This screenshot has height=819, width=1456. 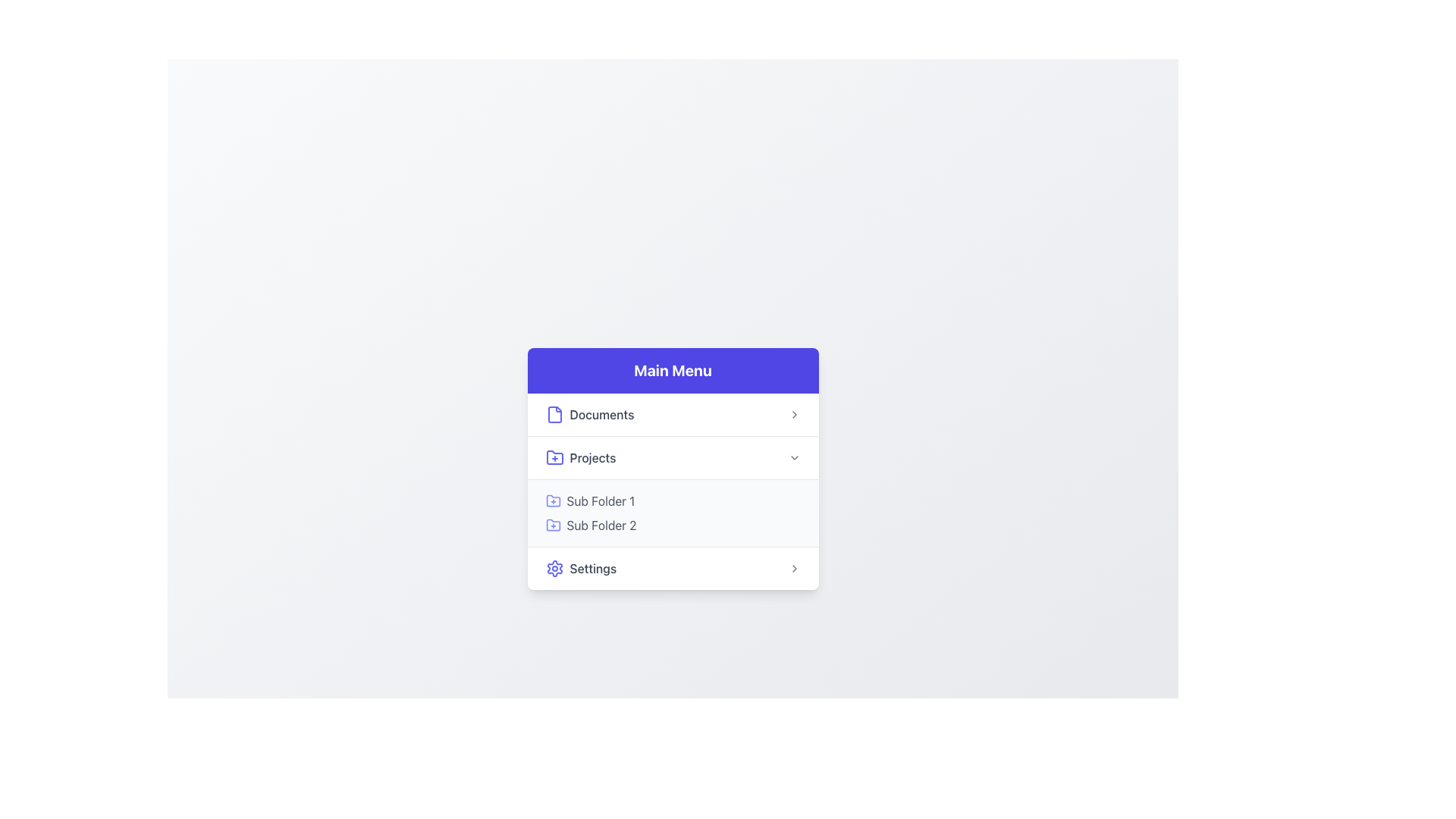 I want to click on the downward-pointing gray chevron icon, so click(x=793, y=457).